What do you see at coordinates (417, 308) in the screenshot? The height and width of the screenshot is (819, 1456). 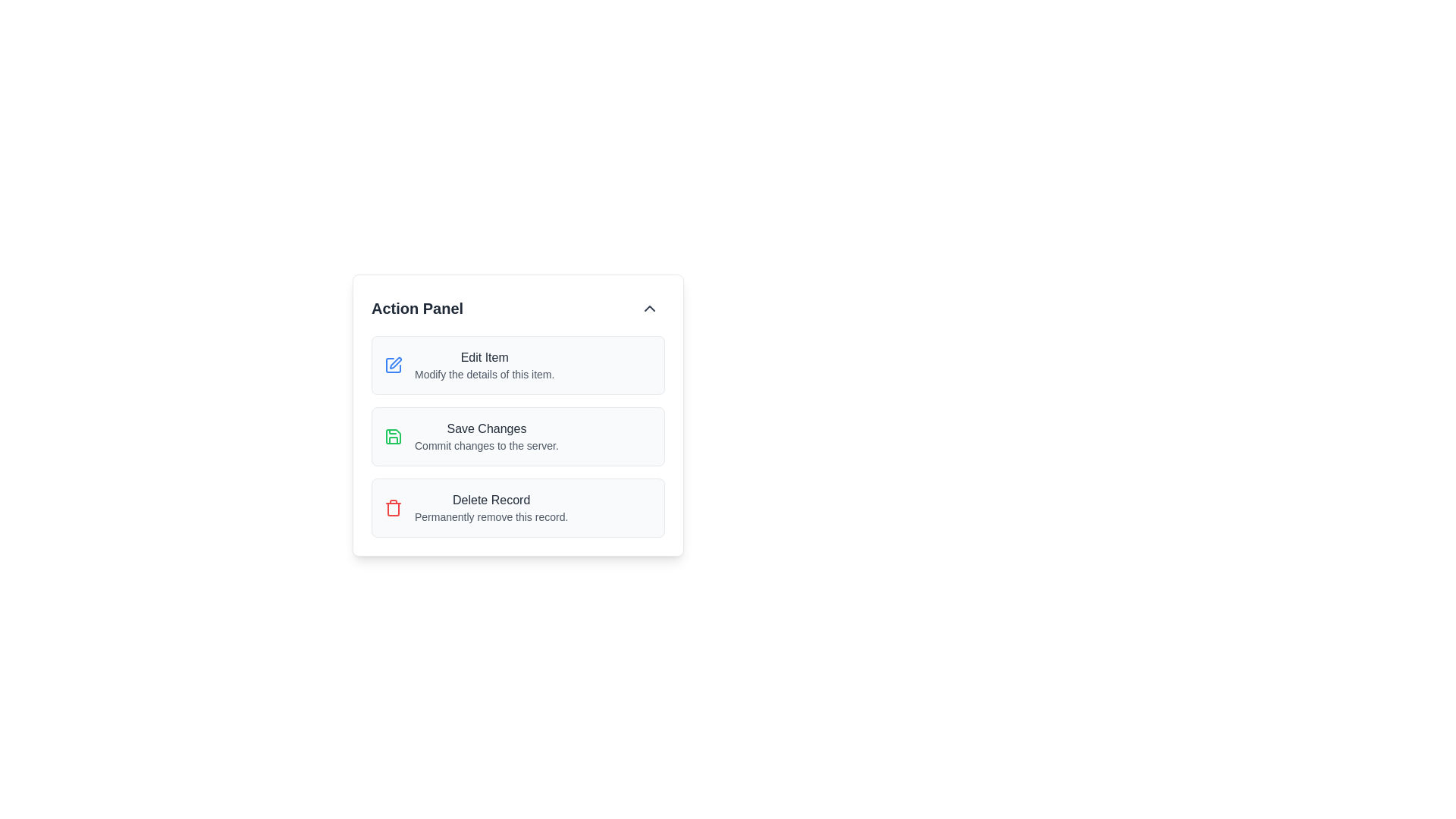 I see `the text label that serves as the title for the card, located at the top-left corner of a white card, preceding the button group with an interactive chevron icon` at bounding box center [417, 308].